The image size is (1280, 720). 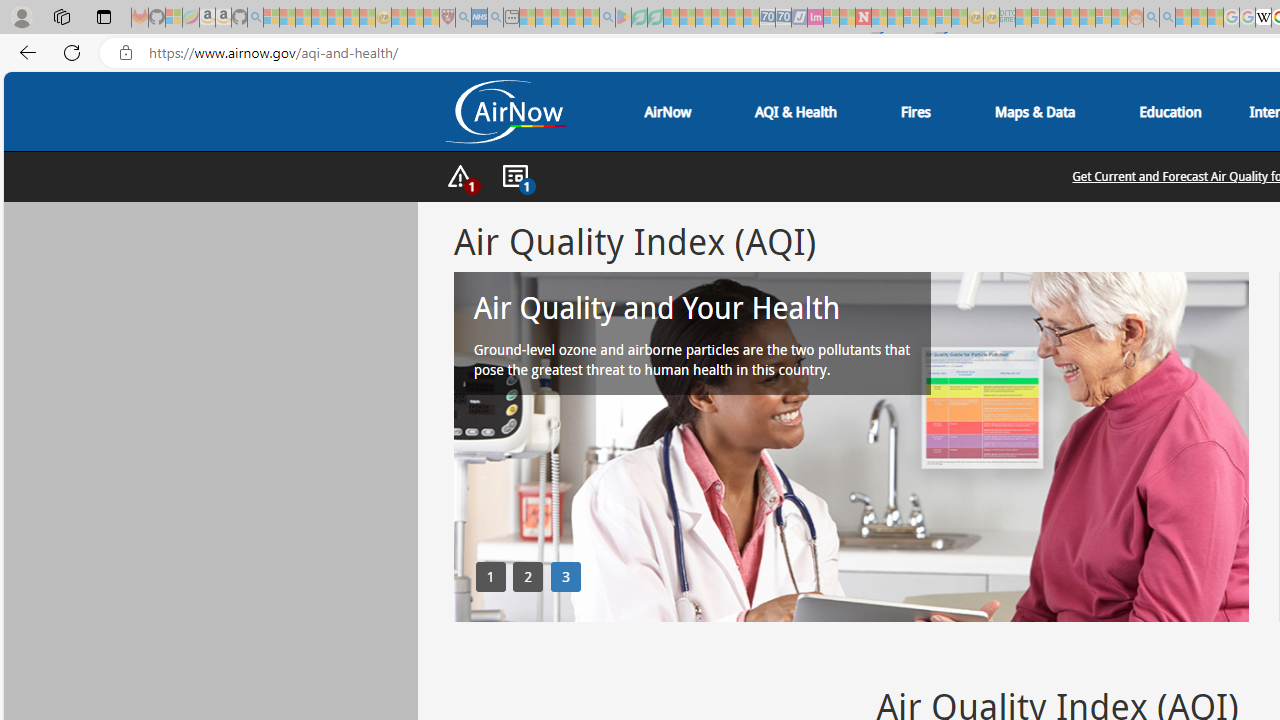 I want to click on '3', so click(x=564, y=576).